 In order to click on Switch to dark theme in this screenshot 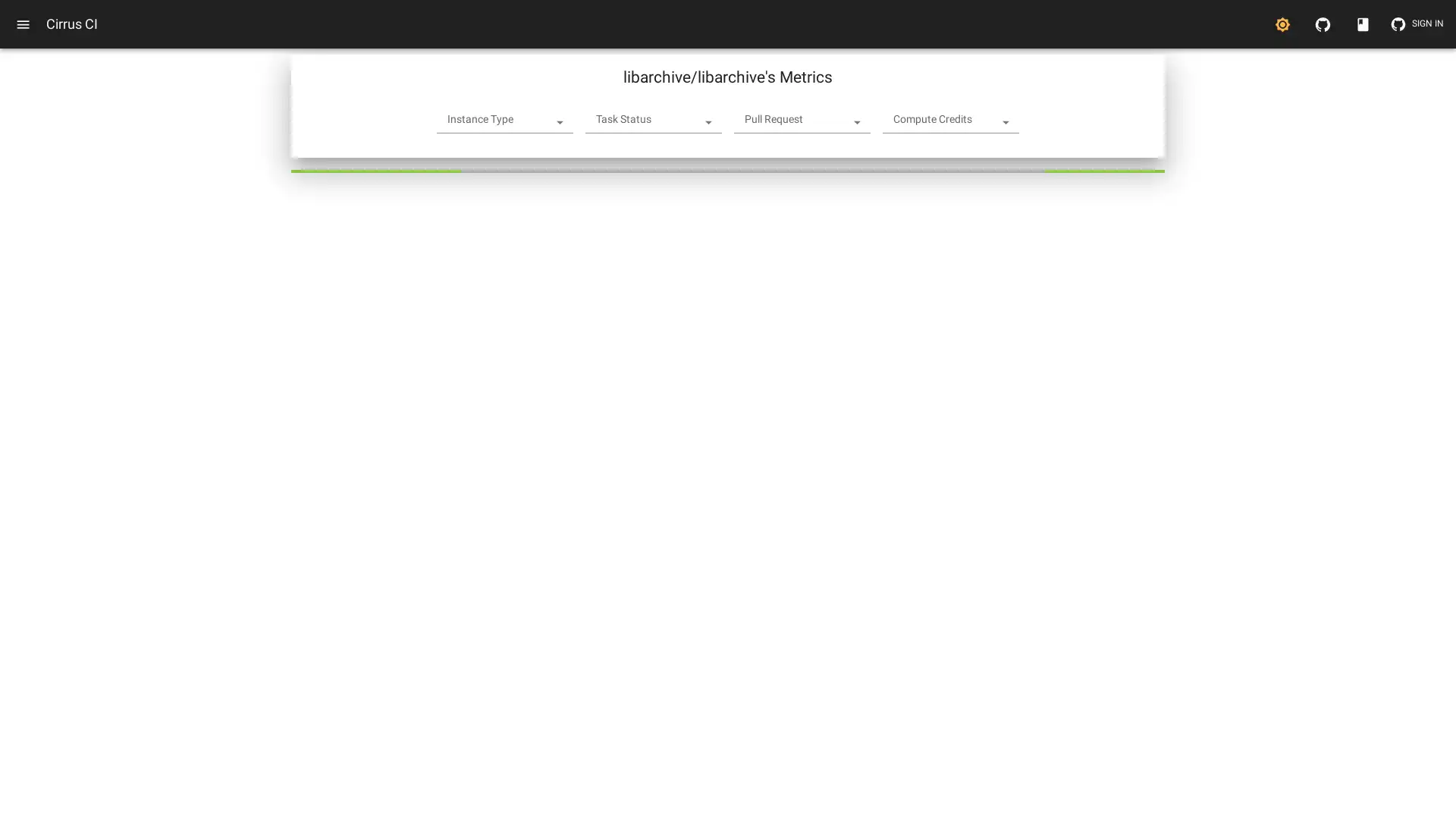, I will do `click(1282, 24)`.